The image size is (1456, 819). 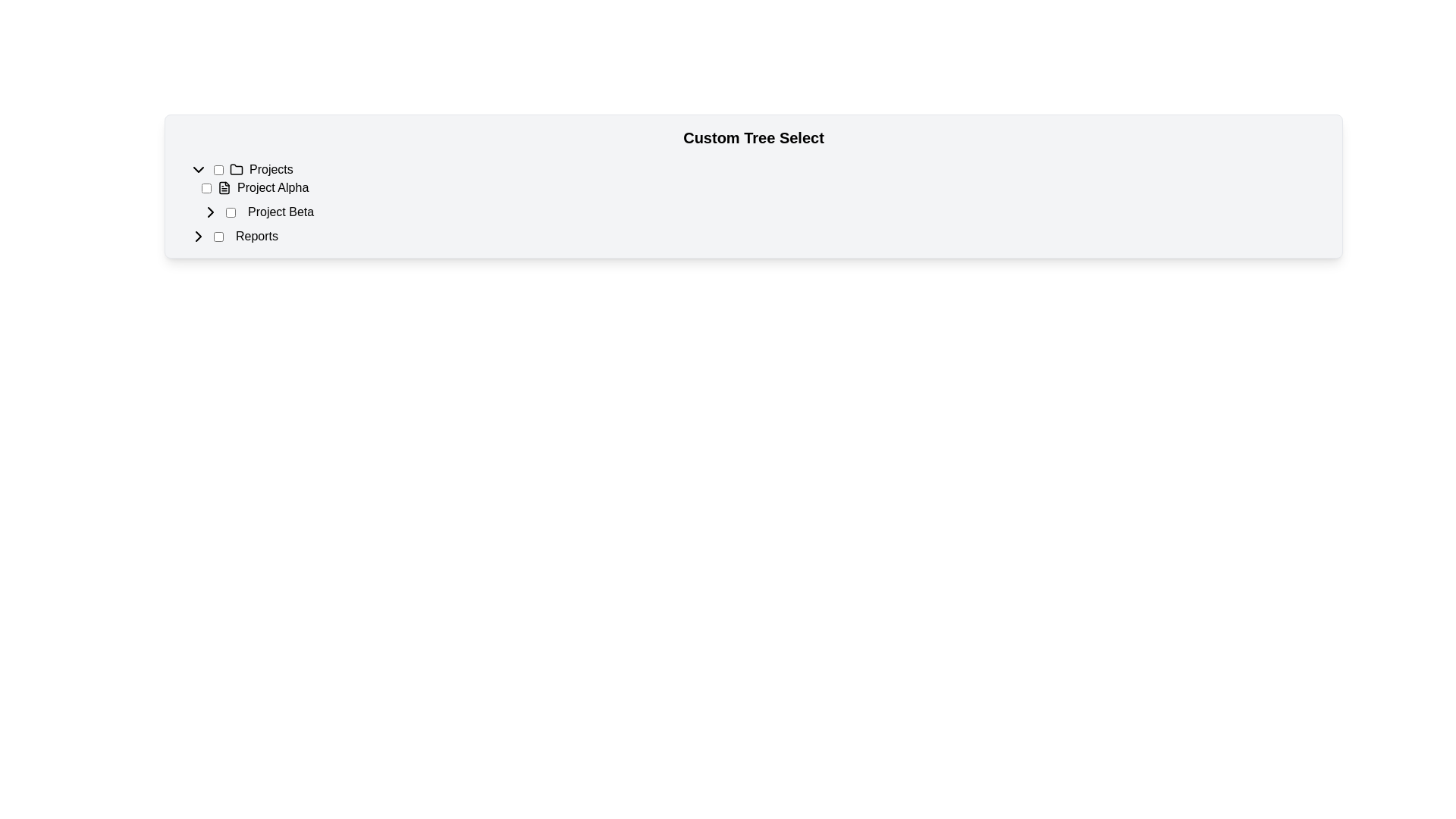 What do you see at coordinates (210, 212) in the screenshot?
I see `the chevron arrow icon next to 'Project Beta' to interact with related contexts in the hierarchical tree structure` at bounding box center [210, 212].